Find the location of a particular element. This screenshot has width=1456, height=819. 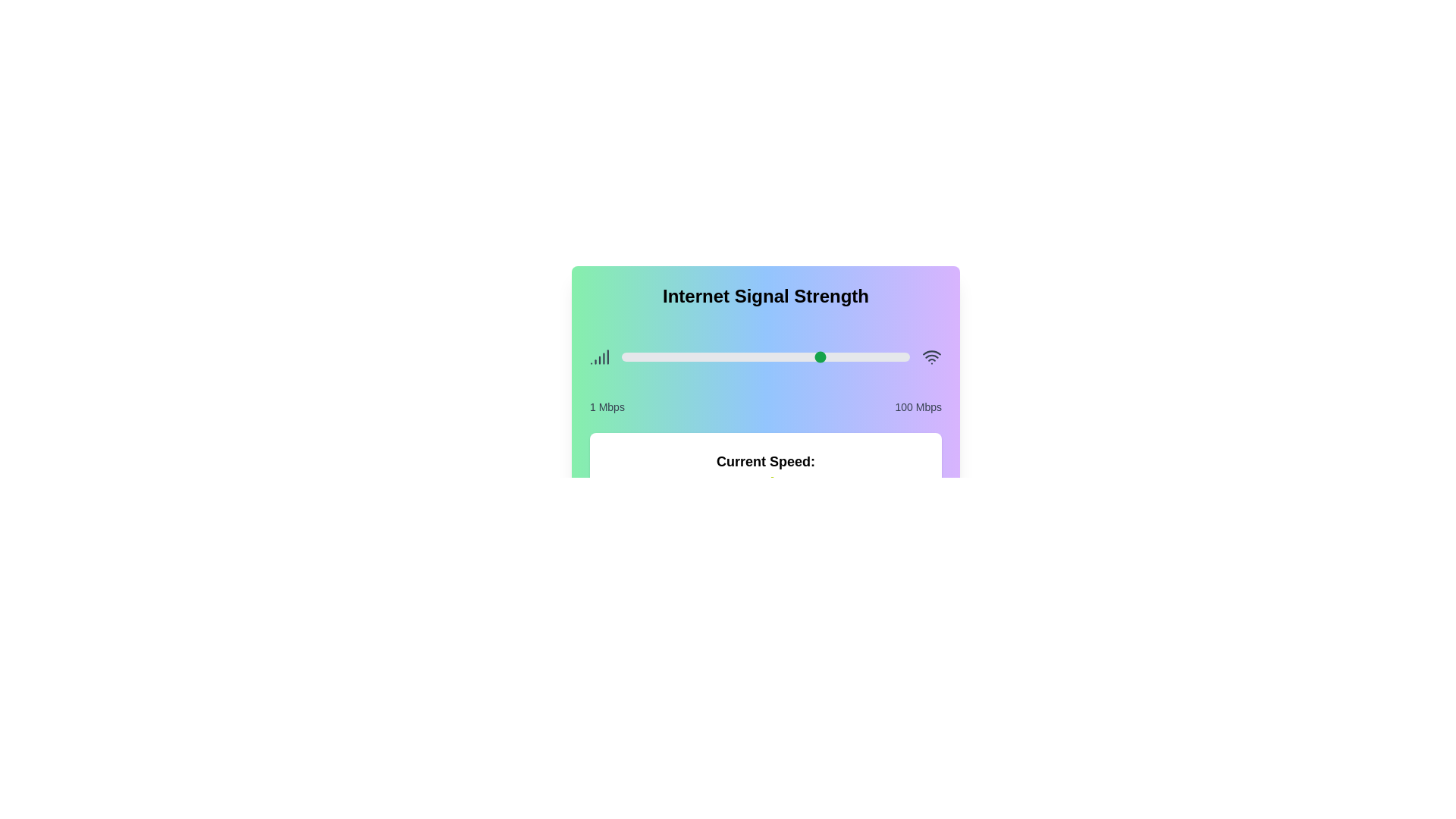

the signal strength slider to 81 percentage is located at coordinates (855, 356).